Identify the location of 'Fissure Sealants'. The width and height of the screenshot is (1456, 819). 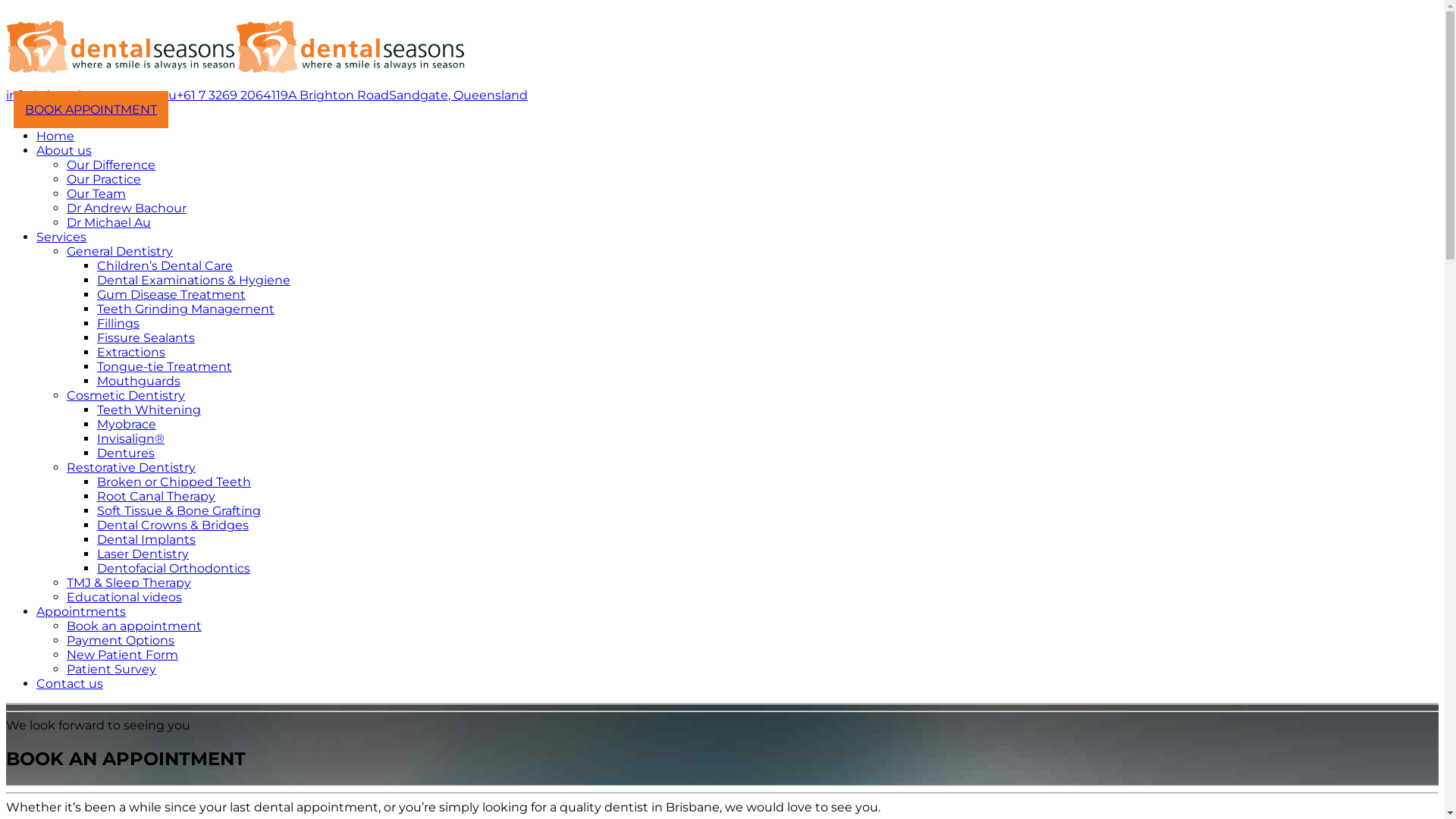
(146, 337).